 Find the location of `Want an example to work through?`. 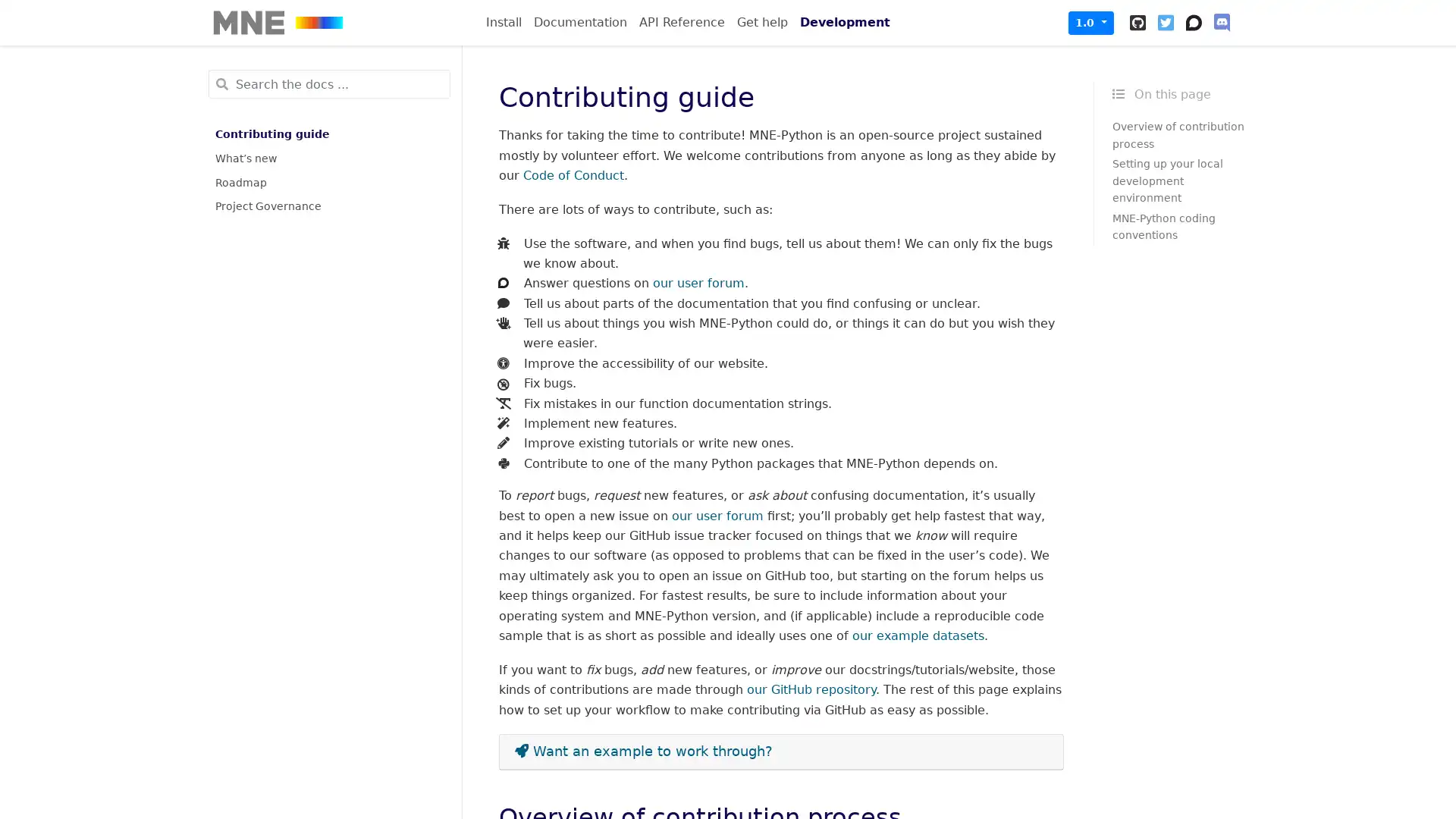

Want an example to work through? is located at coordinates (781, 752).